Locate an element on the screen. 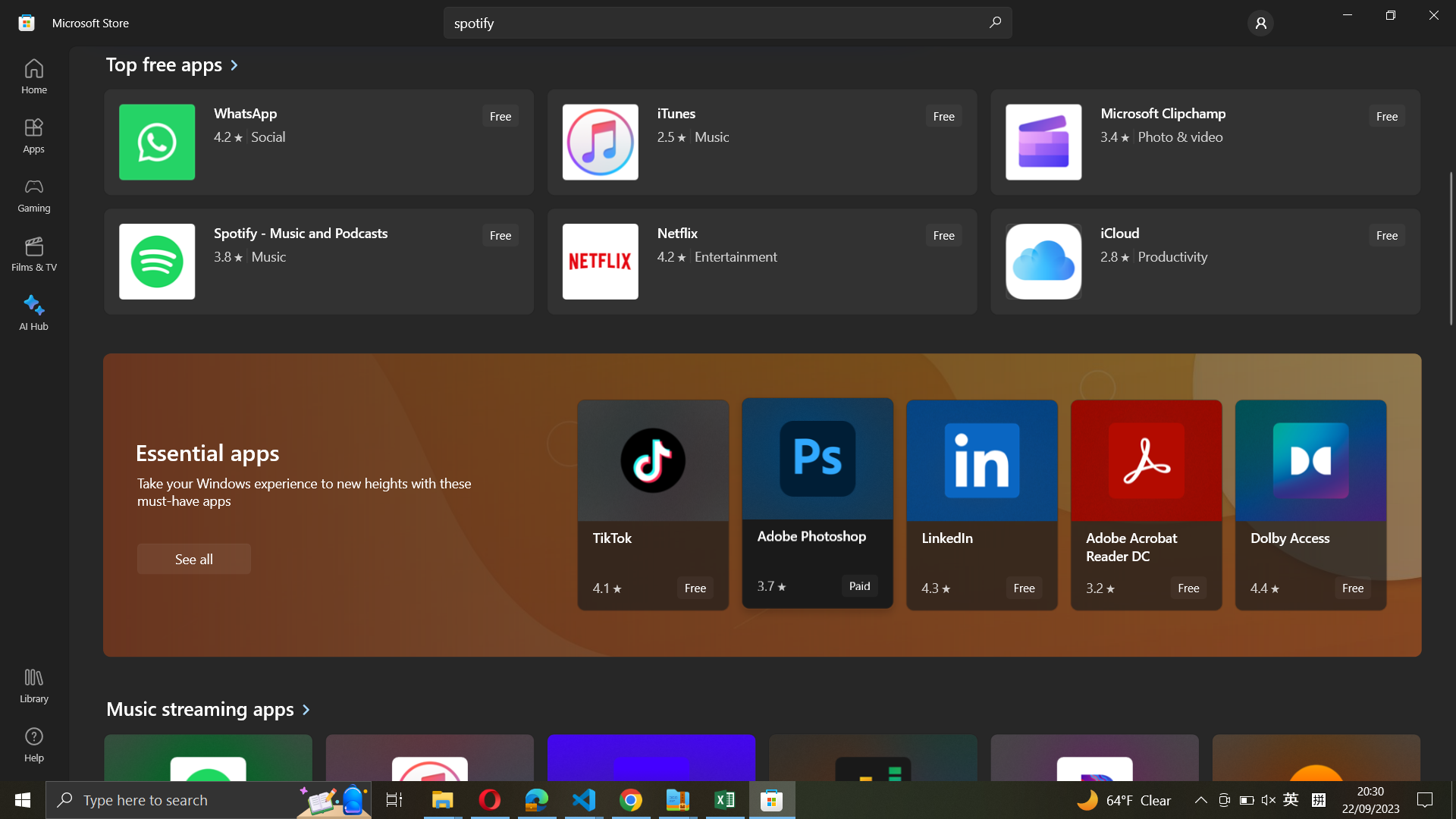 The image size is (1456, 819). Tiktok app details is located at coordinates (652, 505).